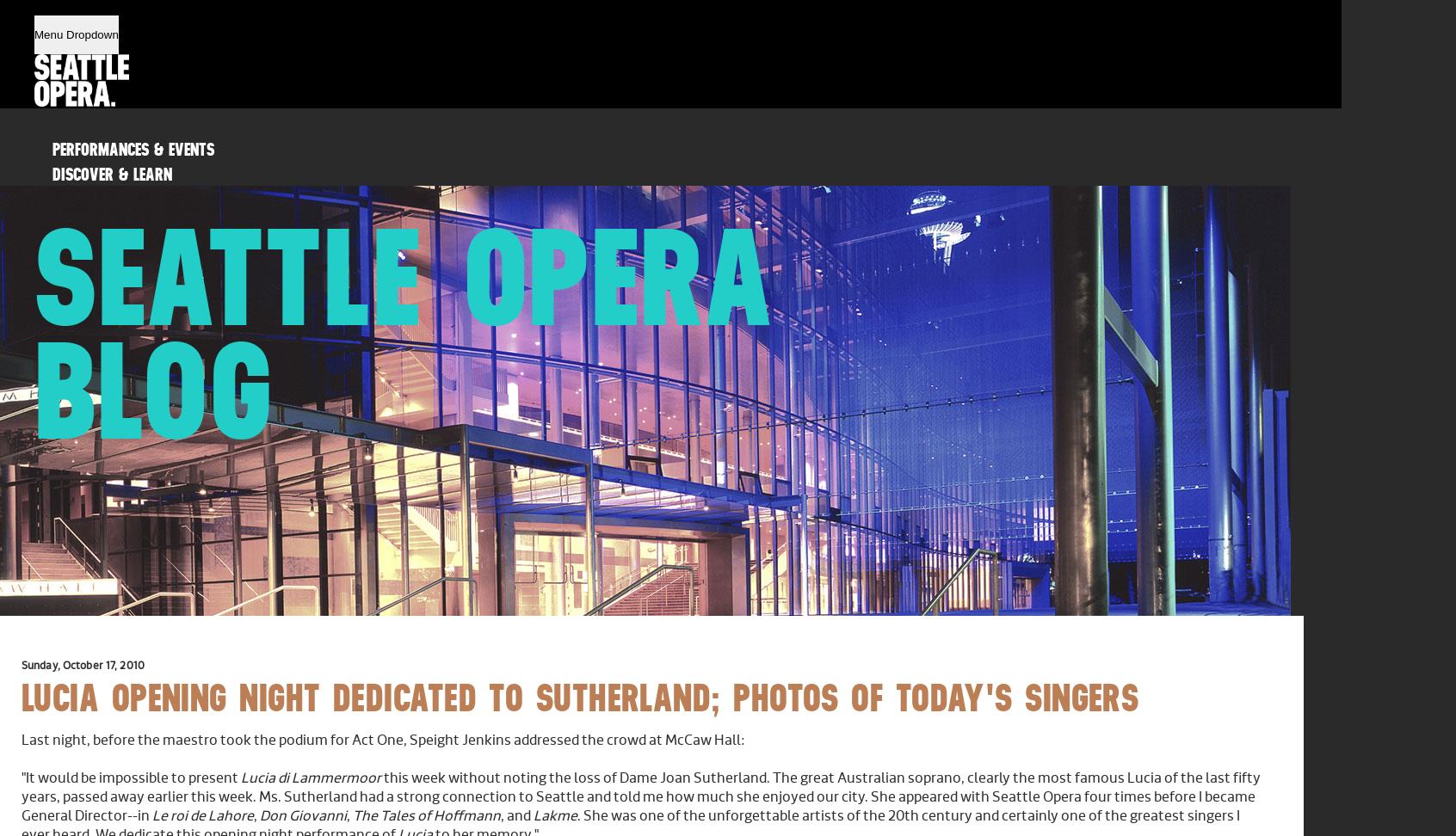 The height and width of the screenshot is (836, 1456). What do you see at coordinates (52, 249) in the screenshot?
I see `'About Us'` at bounding box center [52, 249].